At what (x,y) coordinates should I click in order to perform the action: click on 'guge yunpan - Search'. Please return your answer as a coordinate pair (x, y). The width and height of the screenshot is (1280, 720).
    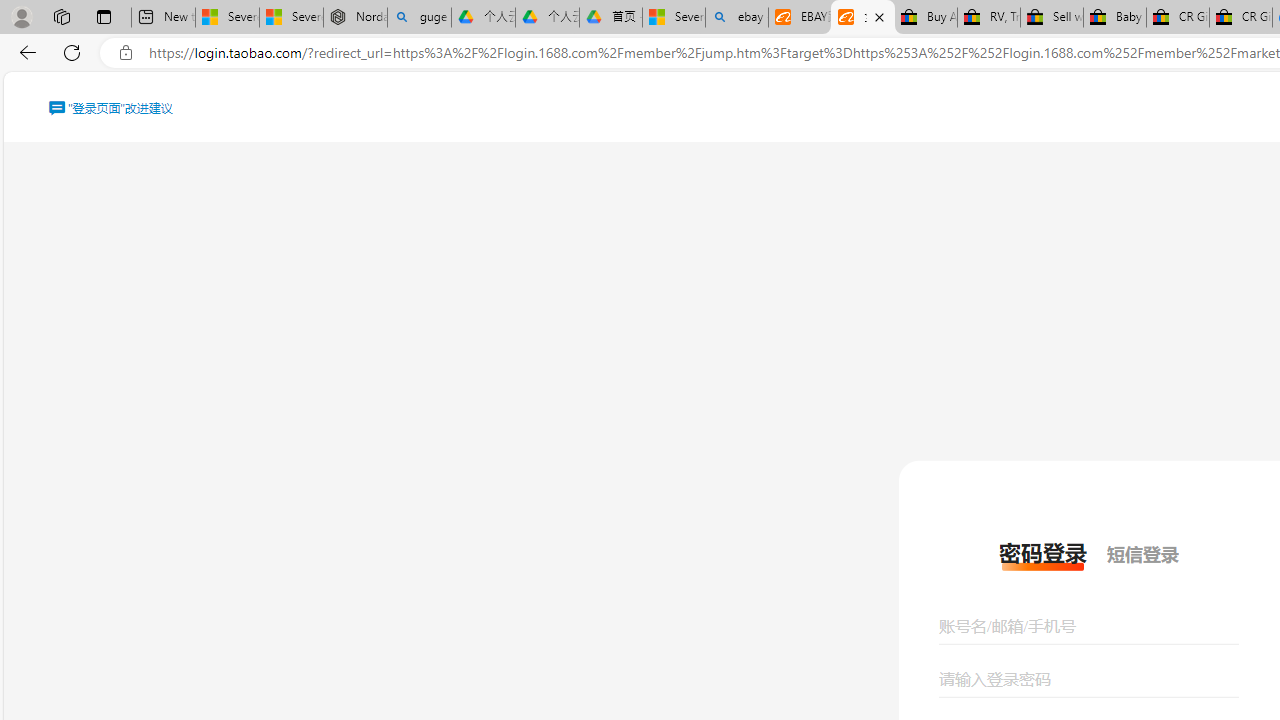
    Looking at the image, I should click on (418, 17).